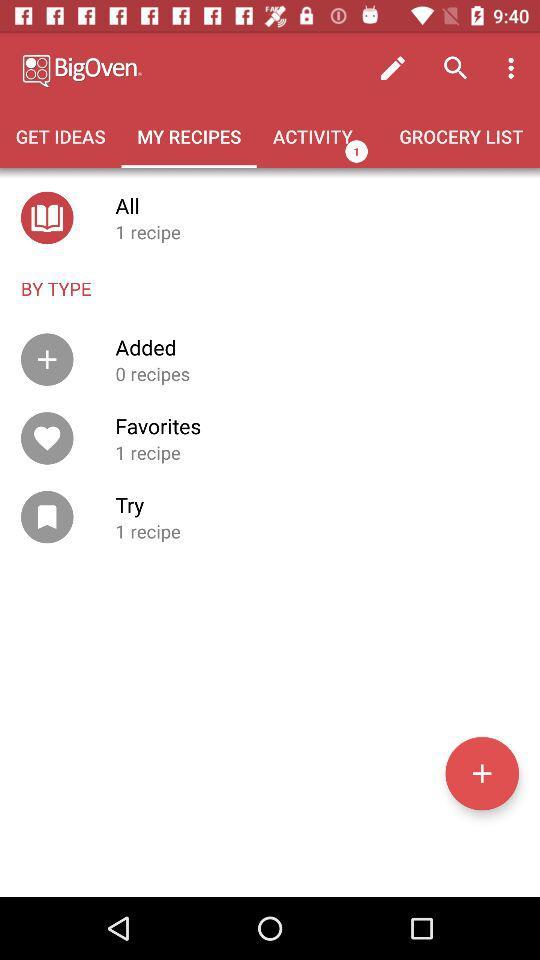 The height and width of the screenshot is (960, 540). Describe the element at coordinates (513, 68) in the screenshot. I see `item above the grocery list` at that location.